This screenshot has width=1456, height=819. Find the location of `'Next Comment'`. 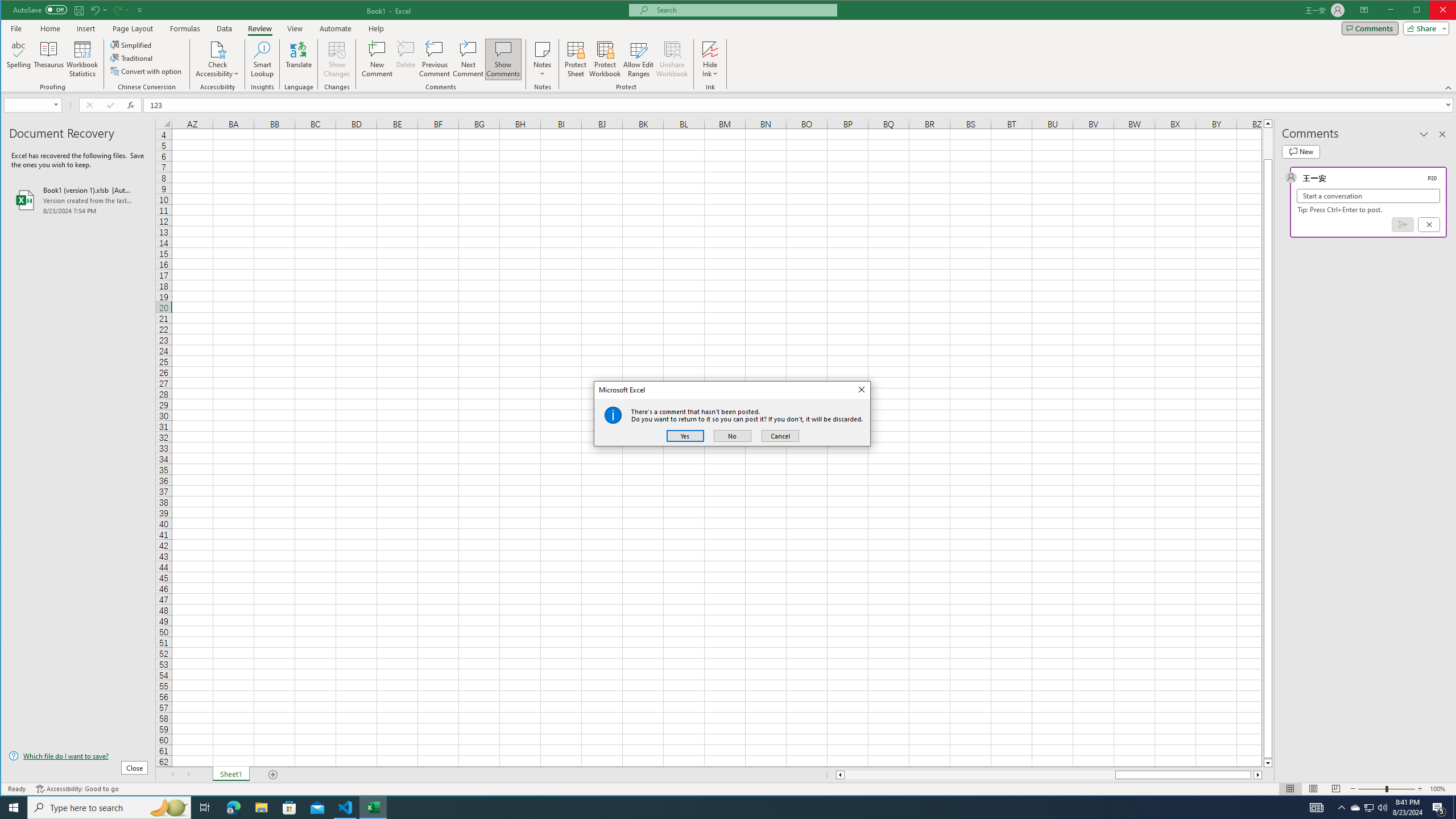

'Next Comment' is located at coordinates (468, 59).